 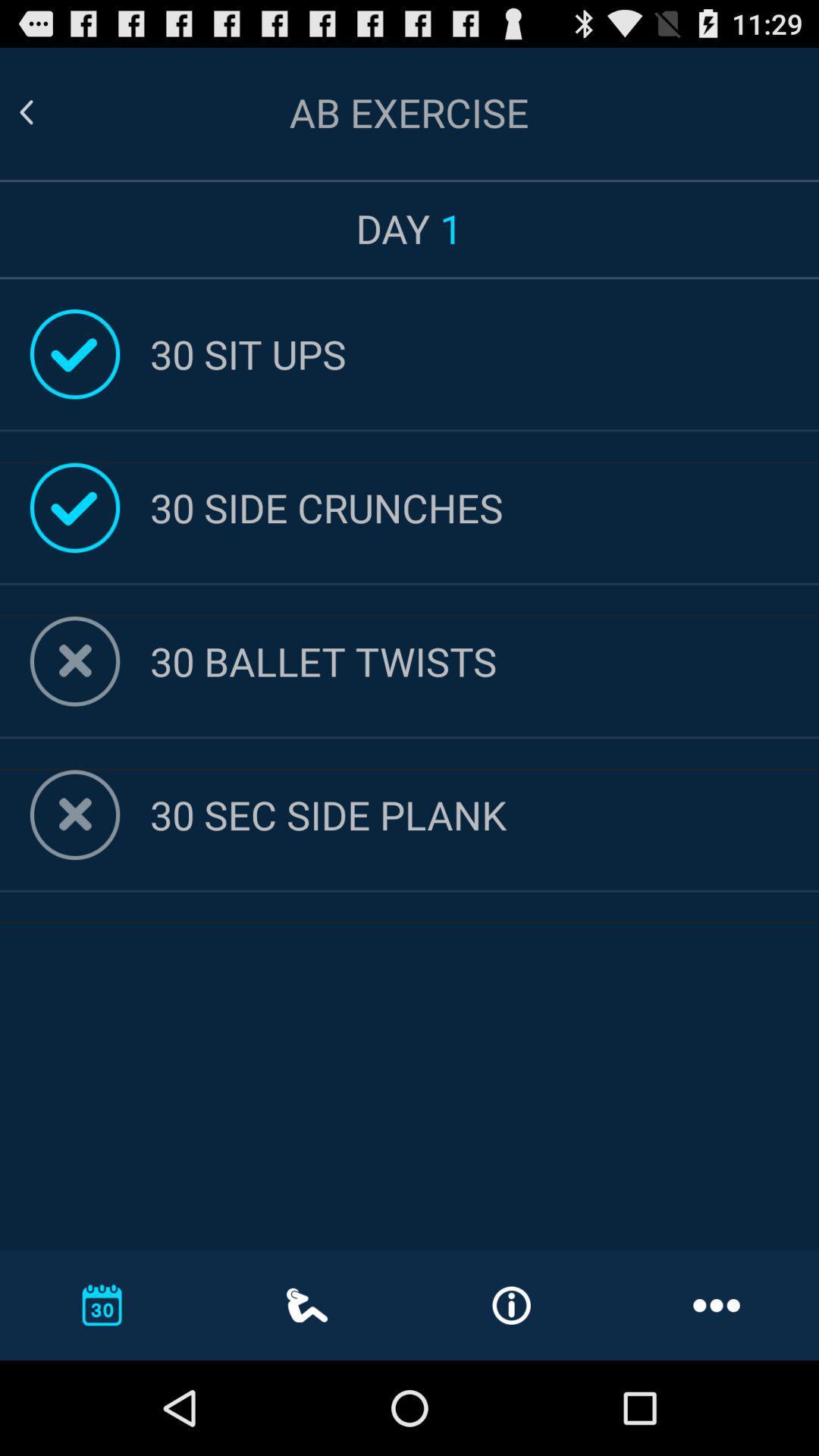 What do you see at coordinates (485, 353) in the screenshot?
I see `30 sit ups above 30 side crunches` at bounding box center [485, 353].